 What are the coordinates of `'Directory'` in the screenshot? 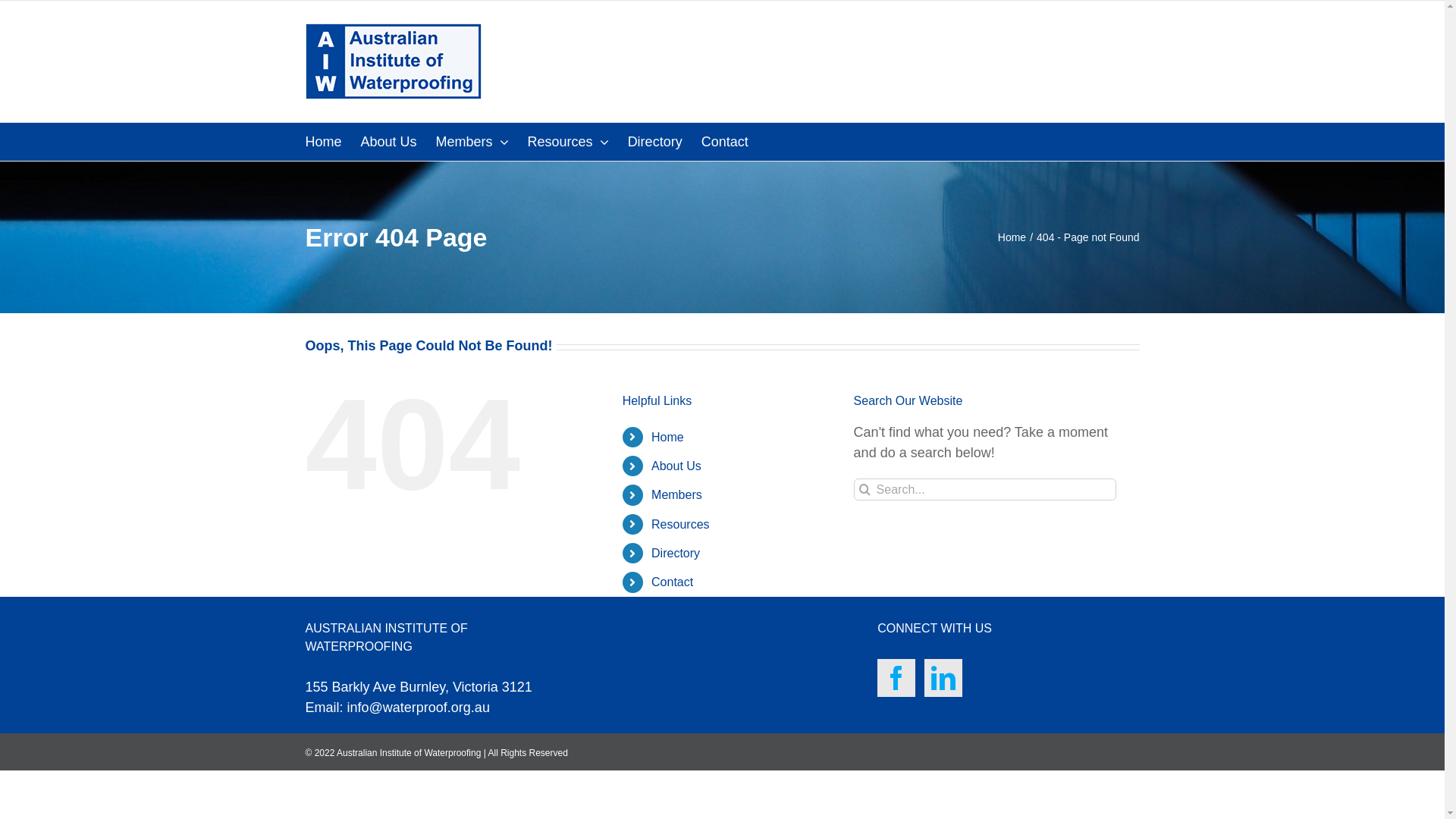 It's located at (675, 553).